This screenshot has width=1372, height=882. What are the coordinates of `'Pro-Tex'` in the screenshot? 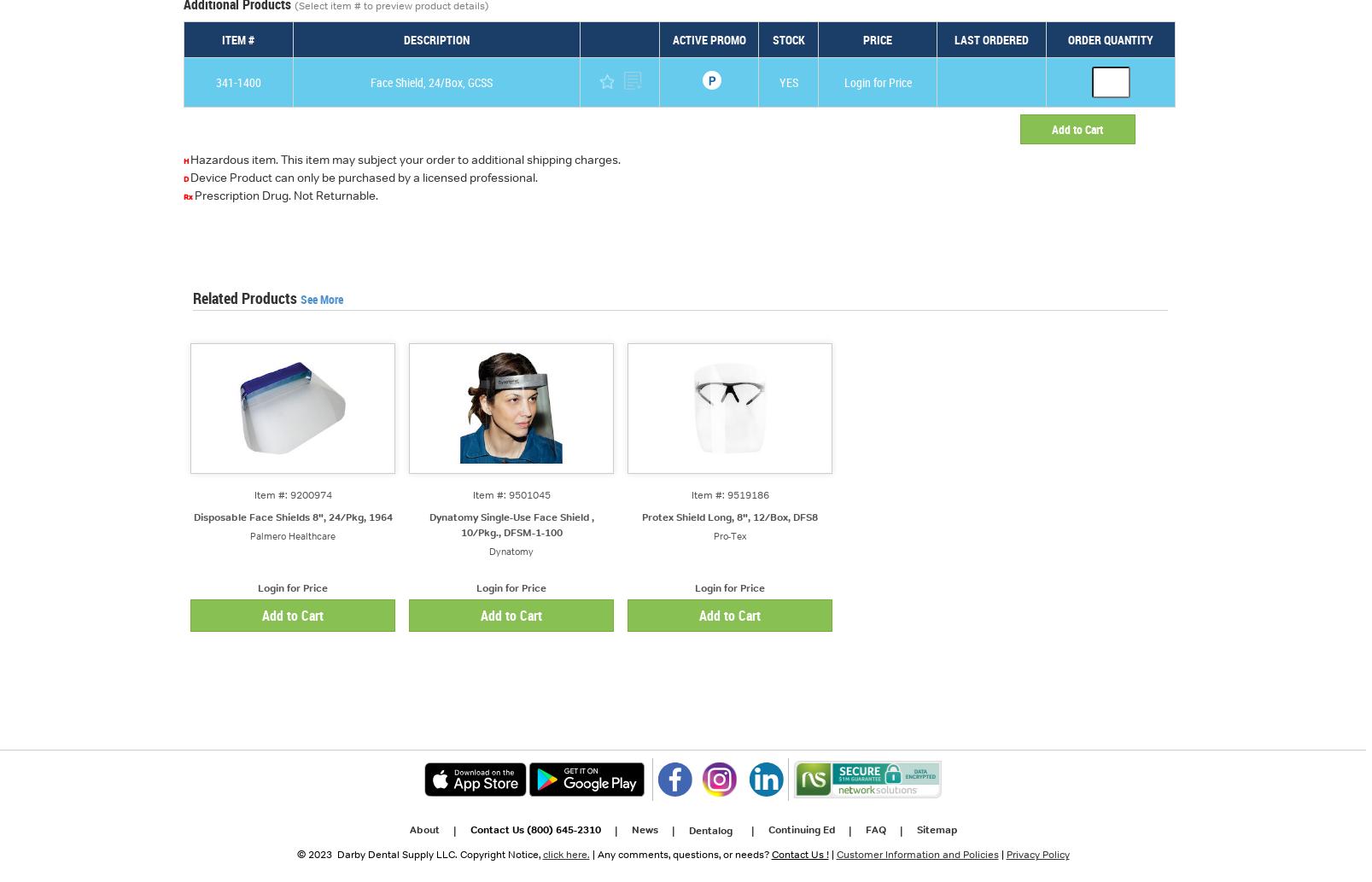 It's located at (729, 534).